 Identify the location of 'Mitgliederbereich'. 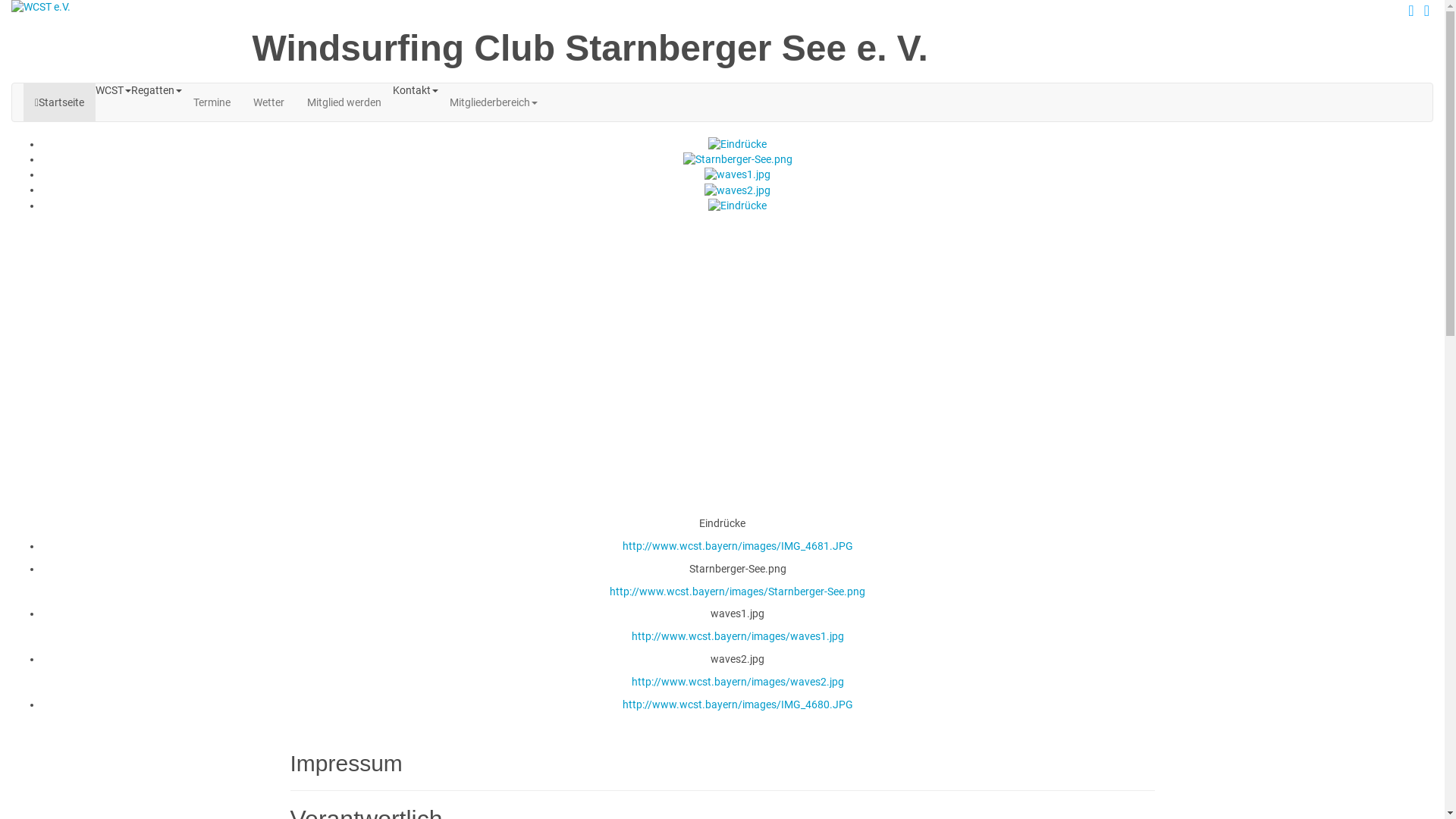
(494, 102).